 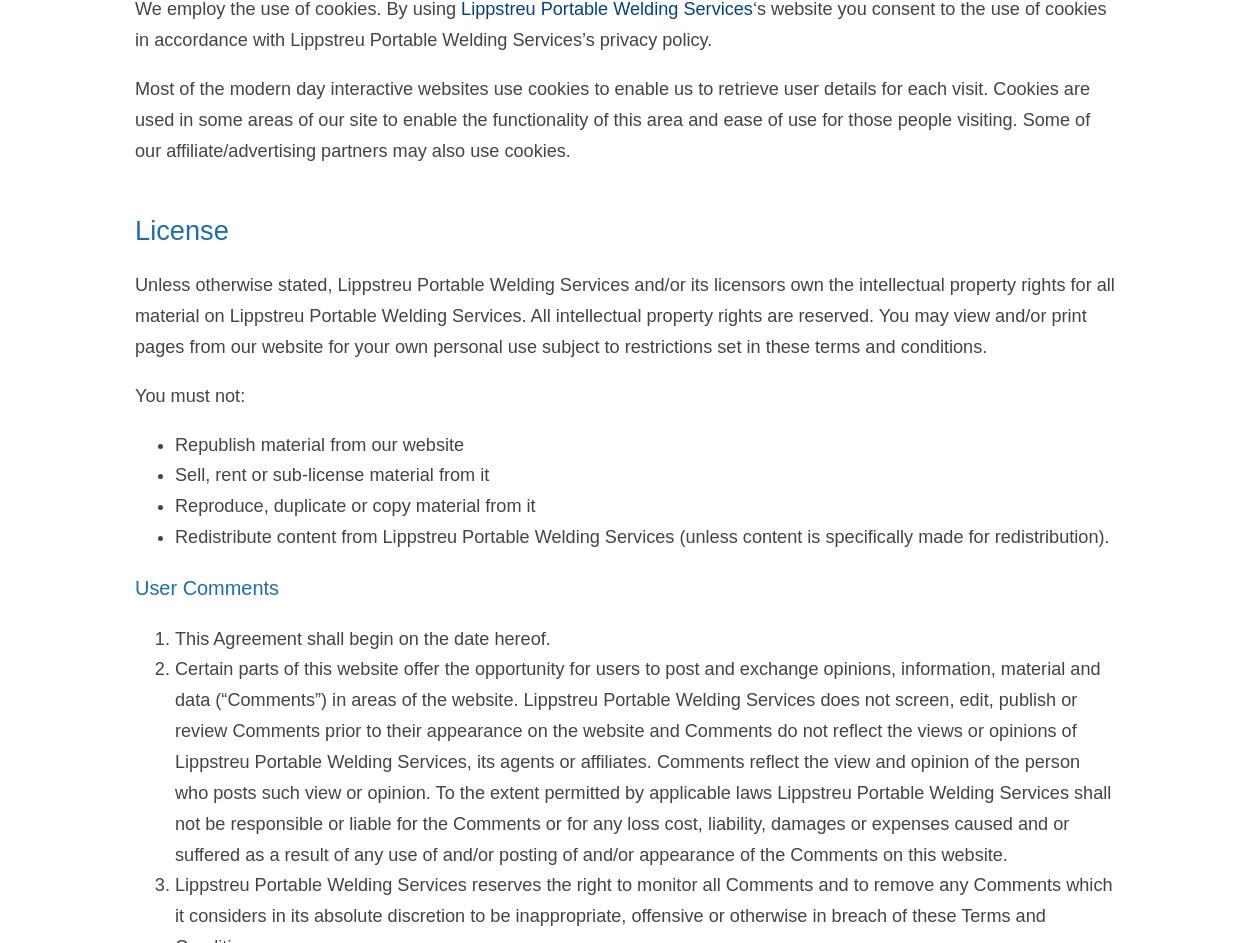 I want to click on 'Certain parts of this website offer the opportunity for users to post and exchange opinions, information, material and data (“Comments”) in areas of the website. Lippstreu Portable Welding Services does not screen, edit, publish or review Comments prior to their appearance on the website and Comments do not reflect the views or opinions of Lippstreu Portable Welding Services, its agents or affiliates. Comments reflect the view and opinion of the person who posts such view or opinion. To the extent permitted by applicable laws Lippstreu Portable Welding Services shall not be responsible or liable for the Comments or for any loss cost, liability, damages or expenses caused and or suffered as a result of any use of and/or posting of and/or appearance of the Comments on this website.', so click(x=643, y=761).